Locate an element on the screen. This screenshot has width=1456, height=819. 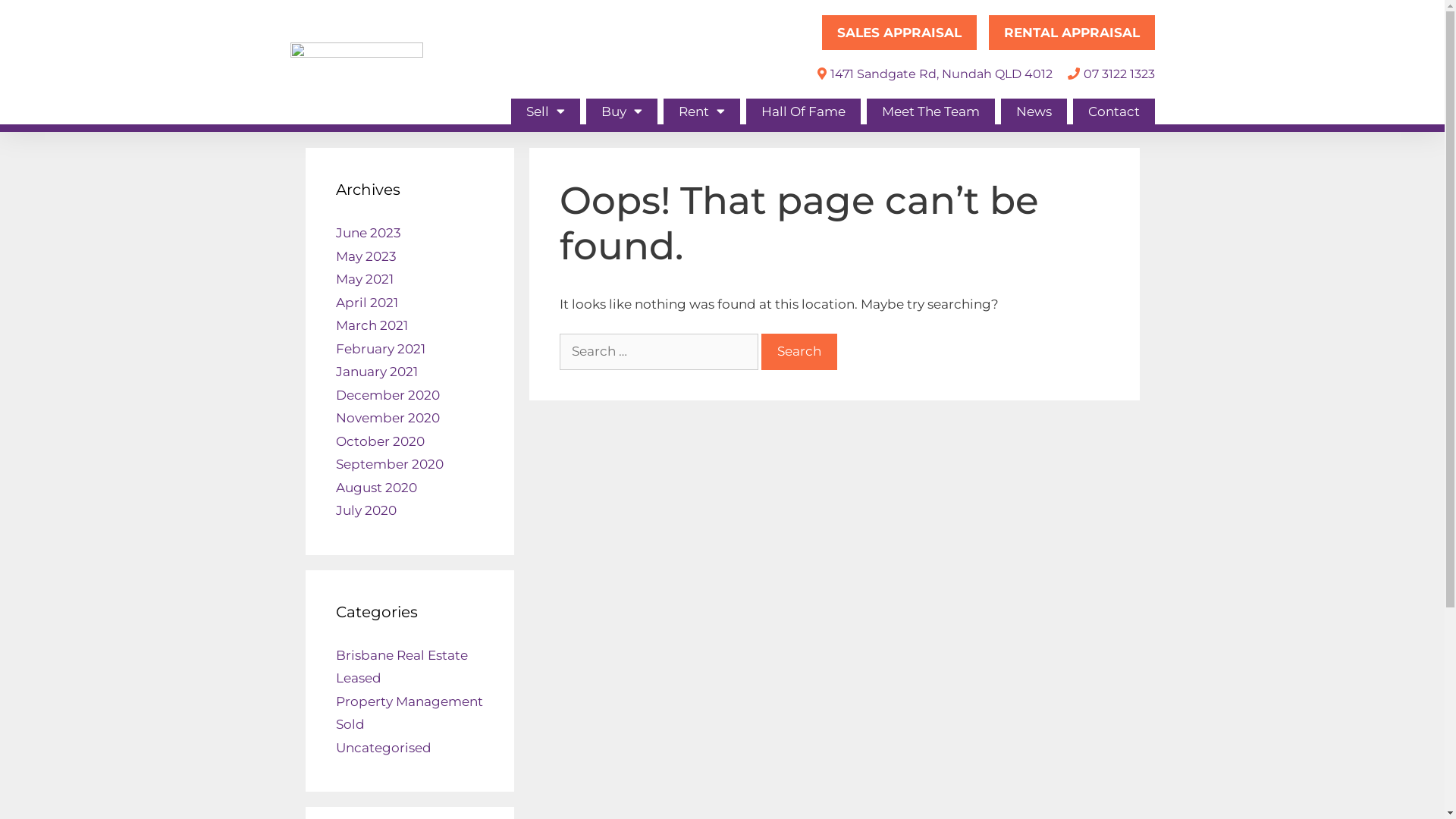
'Leased' is located at coordinates (334, 677).